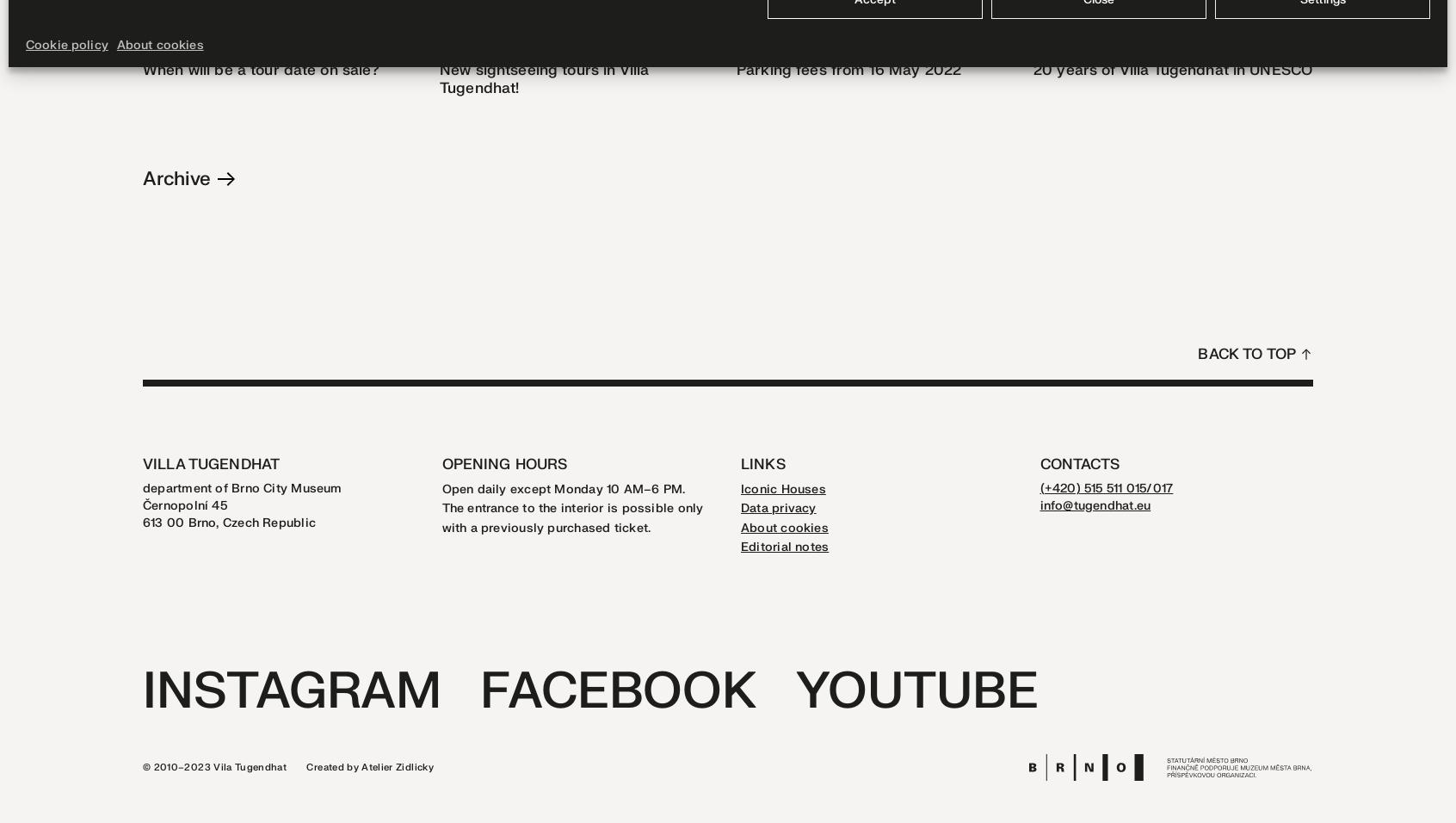  Describe the element at coordinates (740, 547) in the screenshot. I see `'Editorial notes'` at that location.